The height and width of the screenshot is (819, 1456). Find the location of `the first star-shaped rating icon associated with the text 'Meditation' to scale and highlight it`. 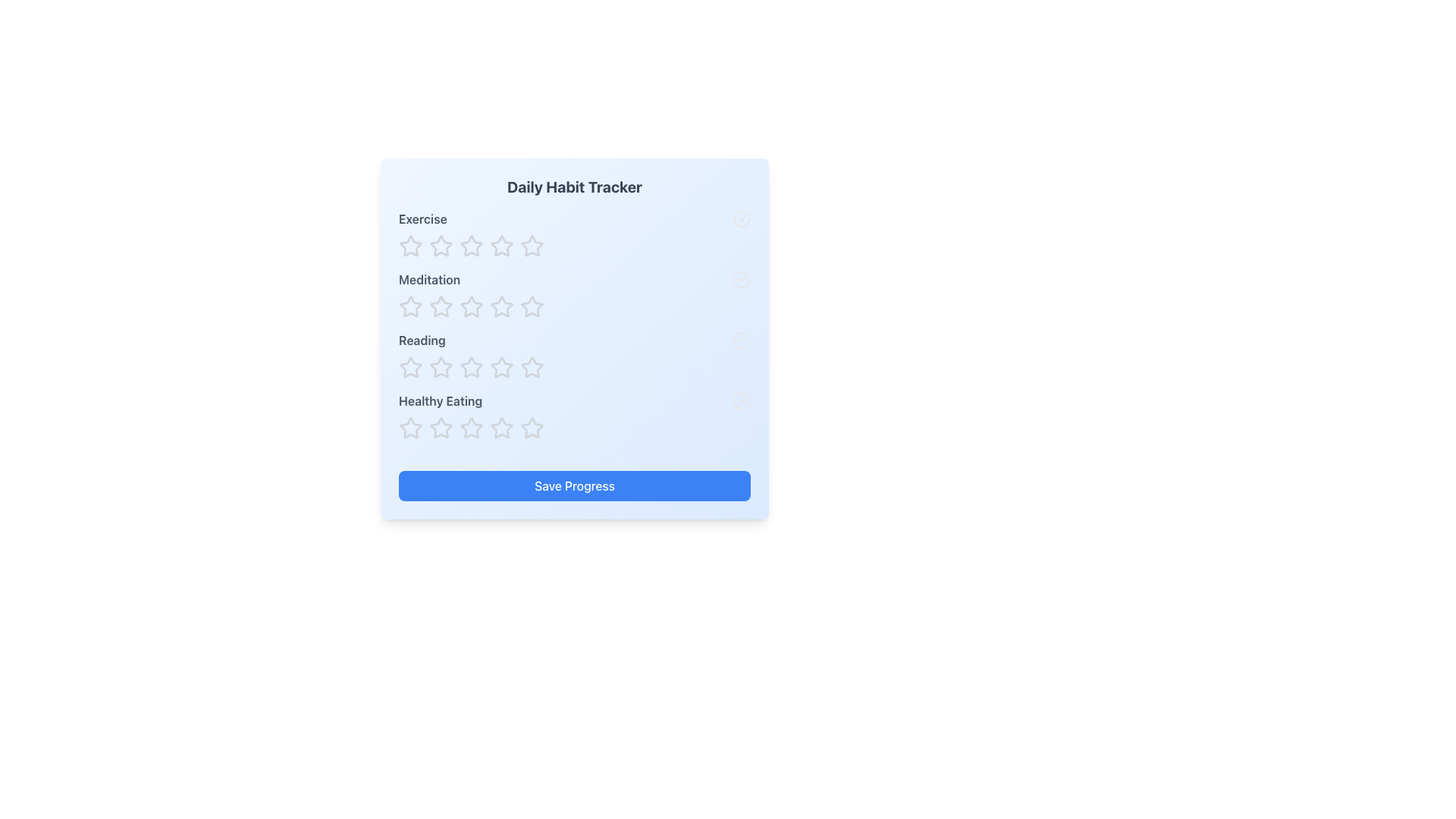

the first star-shaped rating icon associated with the text 'Meditation' to scale and highlight it is located at coordinates (411, 307).